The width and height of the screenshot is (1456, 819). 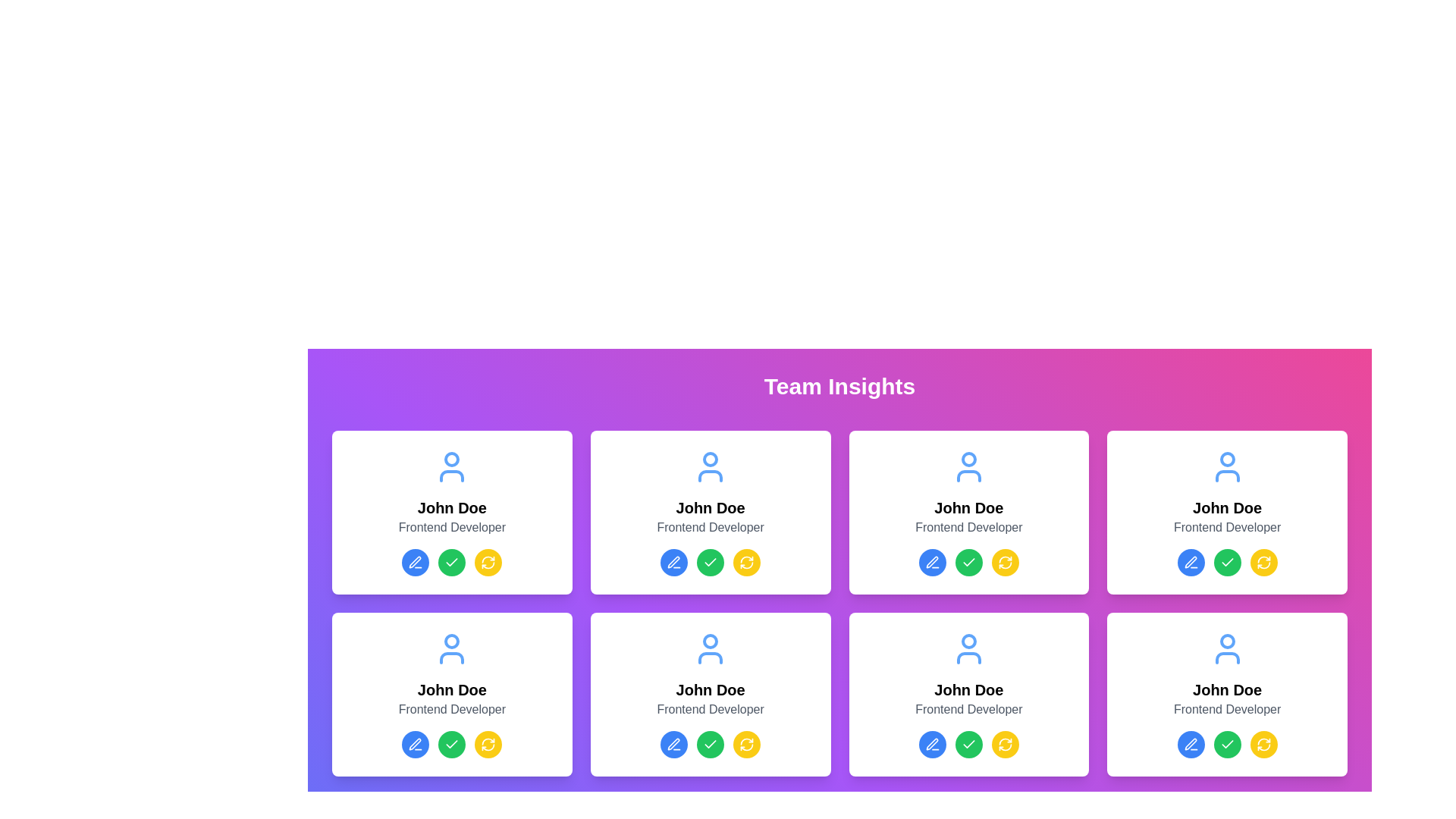 I want to click on the text label 'John Doe' which is displayed in bold black font, located in the second row, first column of the user cards grid, so click(x=451, y=690).